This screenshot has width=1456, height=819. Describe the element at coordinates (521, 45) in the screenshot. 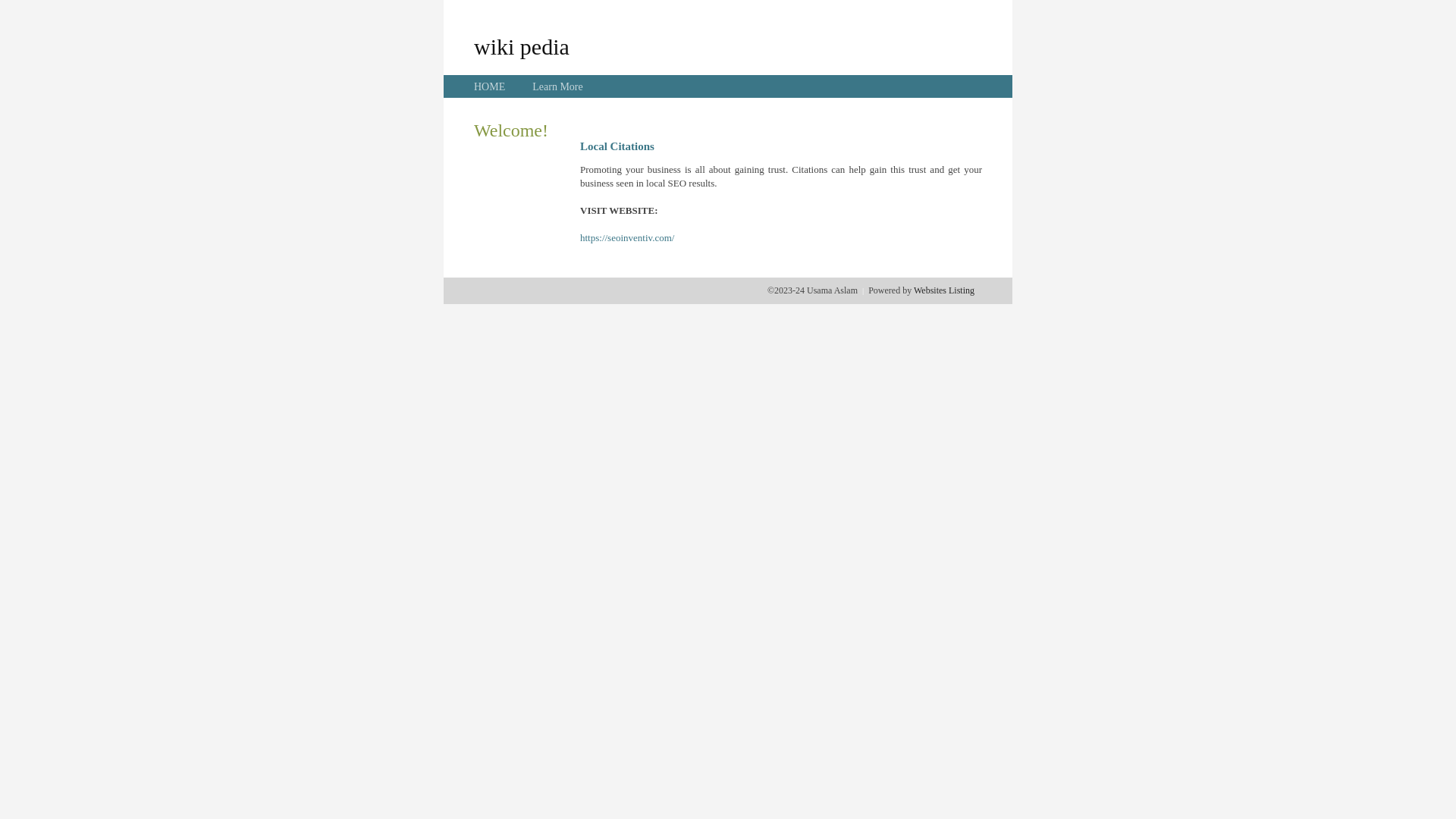

I see `'wiki pedia'` at that location.